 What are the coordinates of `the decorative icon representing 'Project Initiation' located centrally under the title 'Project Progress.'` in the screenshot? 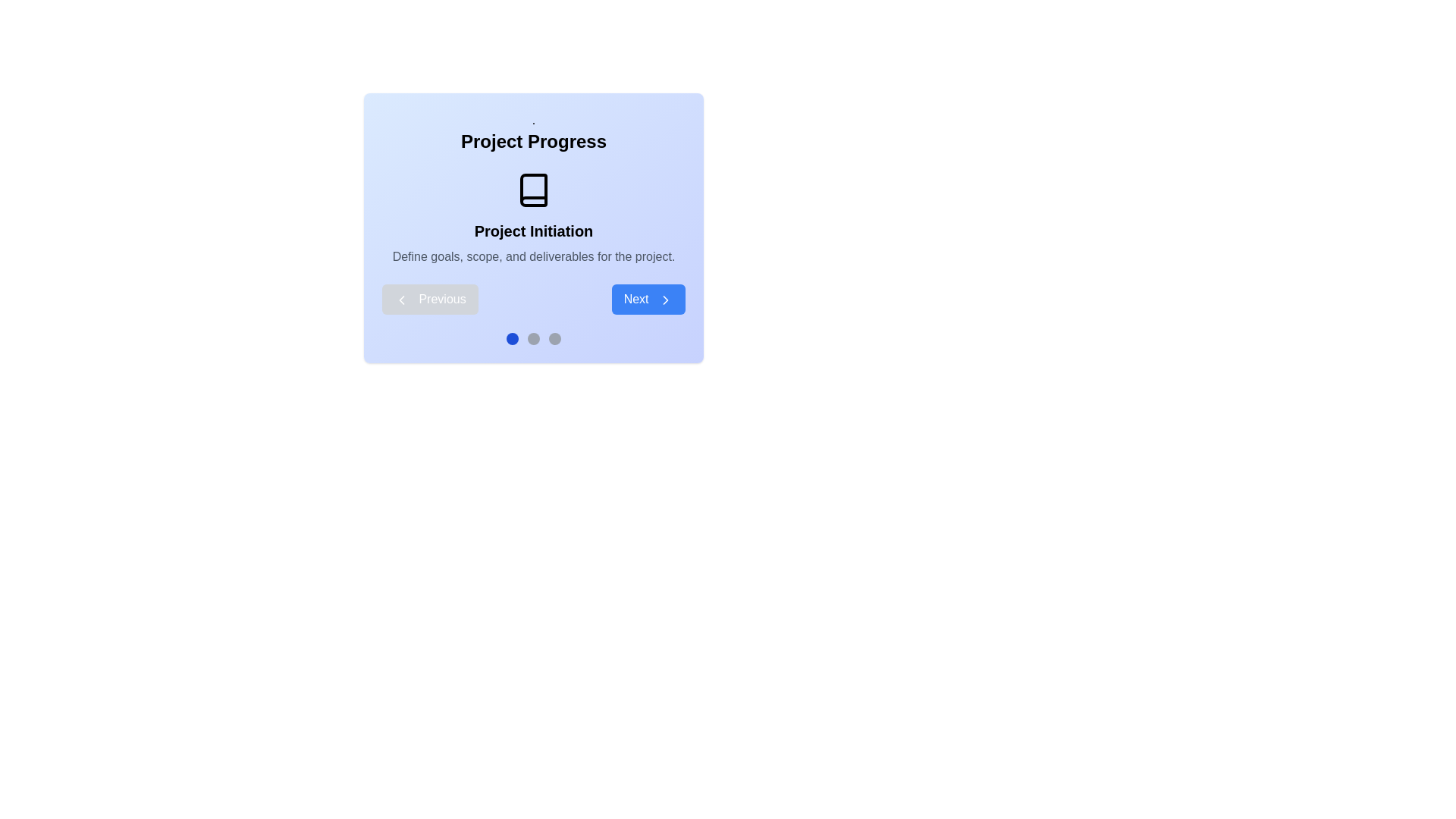 It's located at (534, 189).